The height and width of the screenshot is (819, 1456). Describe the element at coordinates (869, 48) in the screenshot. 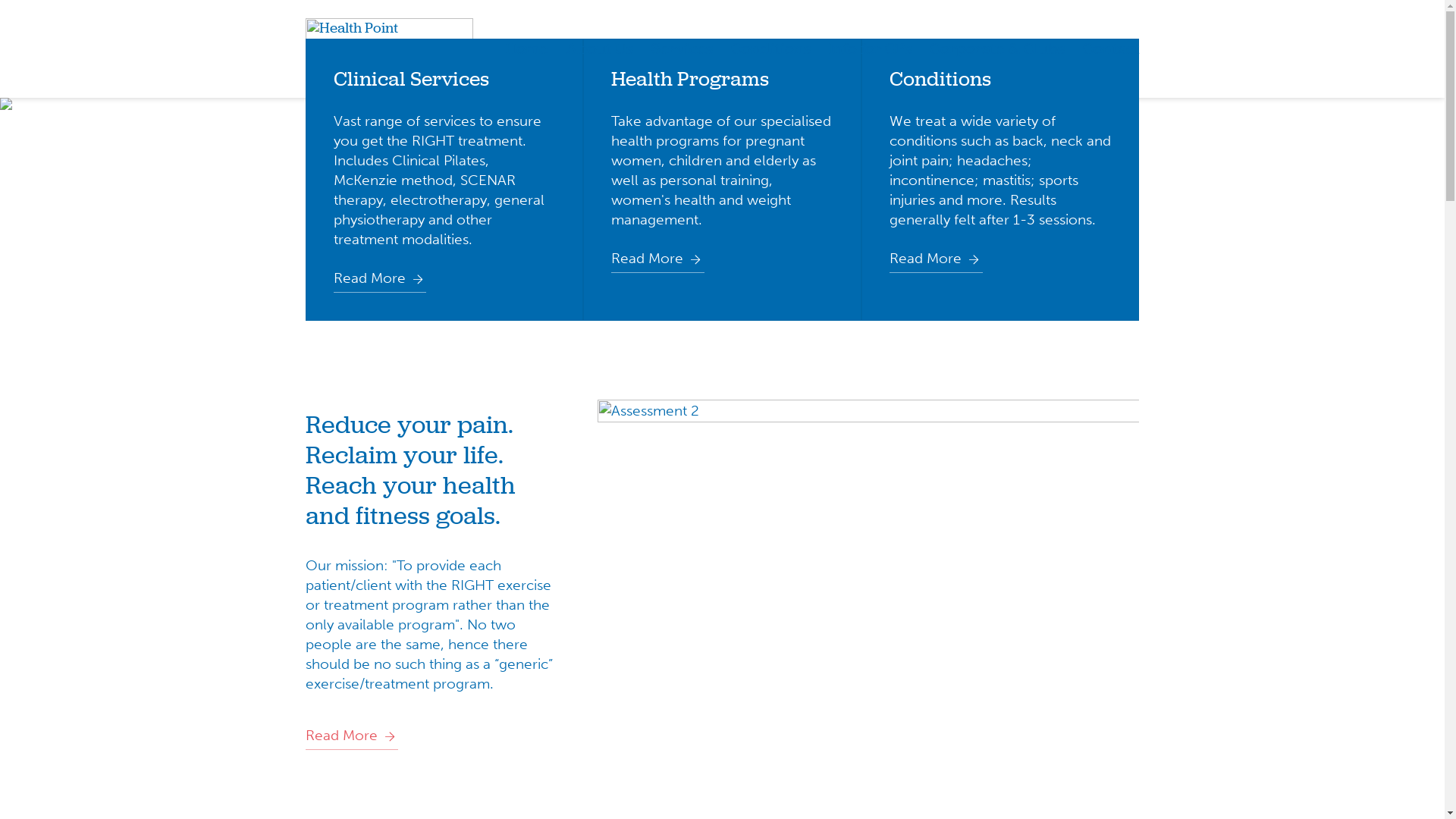

I see `'Info for GPs'` at that location.